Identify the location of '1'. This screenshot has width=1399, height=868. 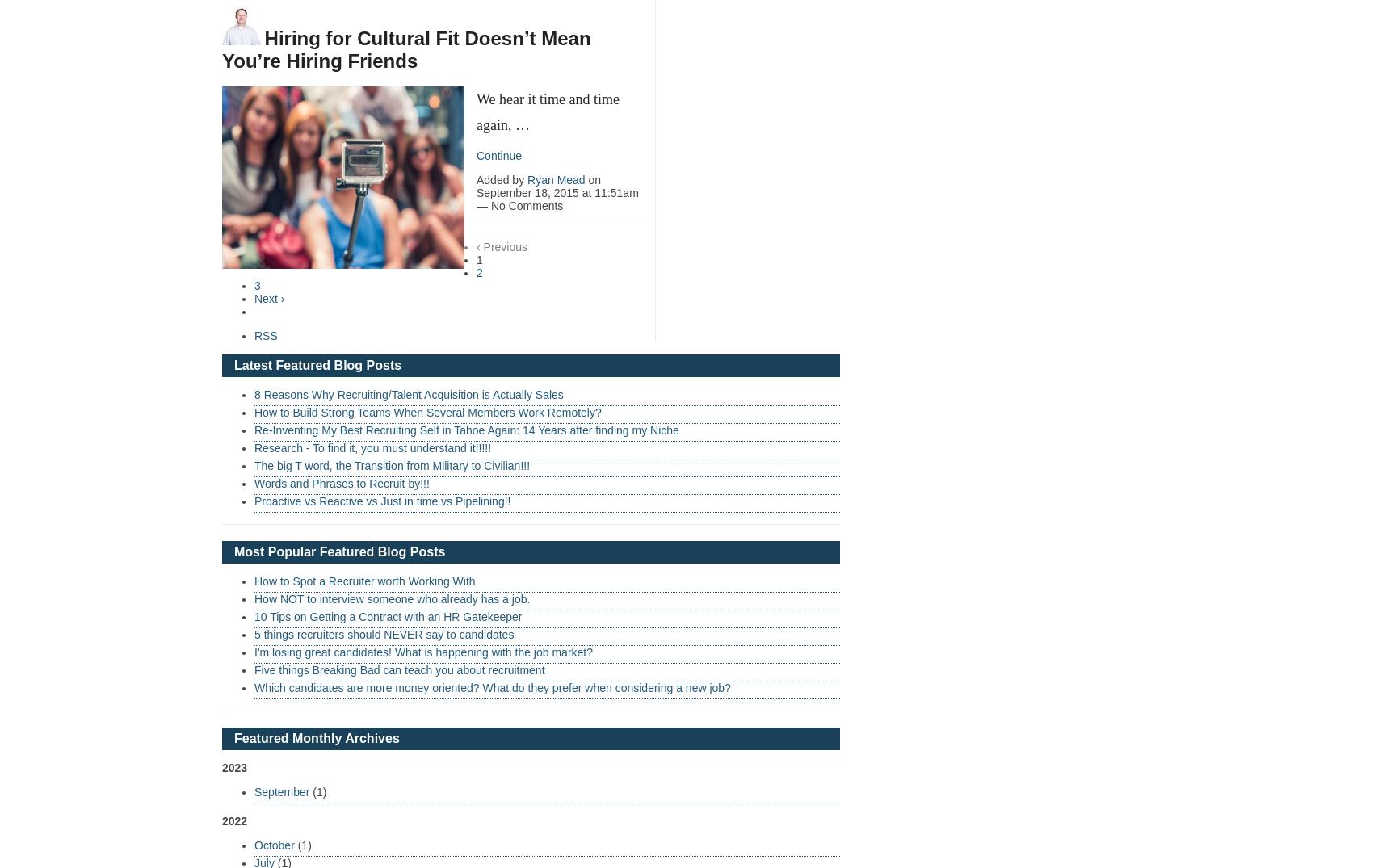
(479, 258).